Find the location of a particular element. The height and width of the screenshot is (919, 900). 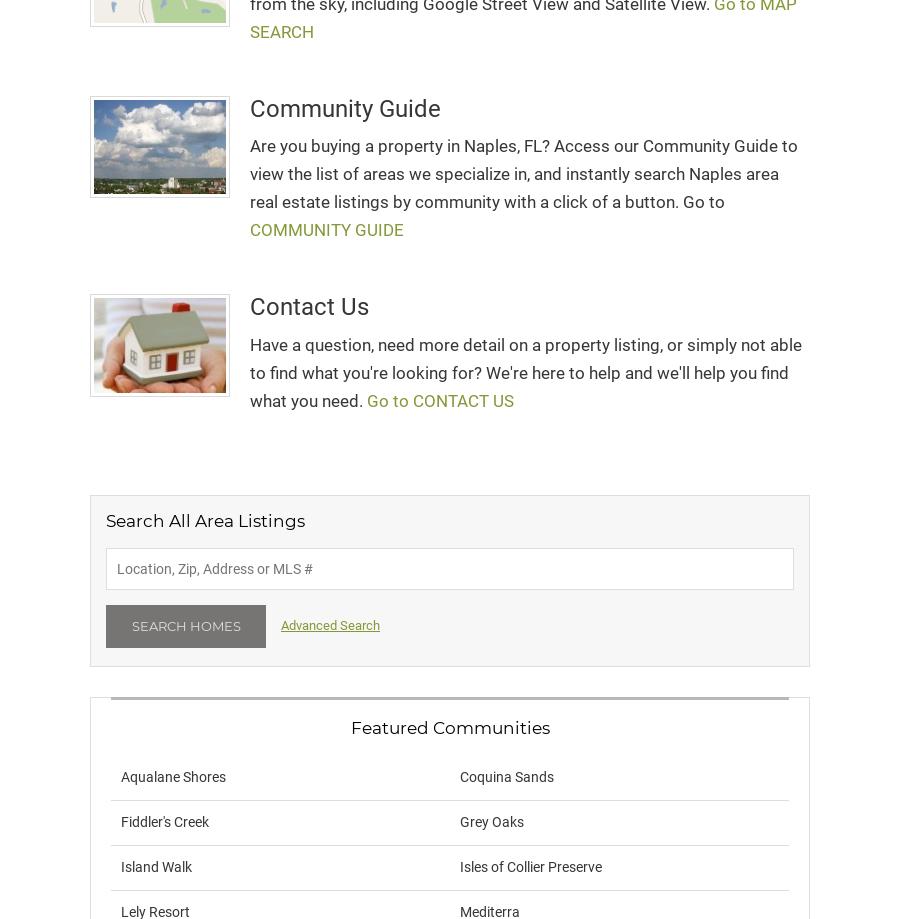

'Grey Oaks' is located at coordinates (491, 822).